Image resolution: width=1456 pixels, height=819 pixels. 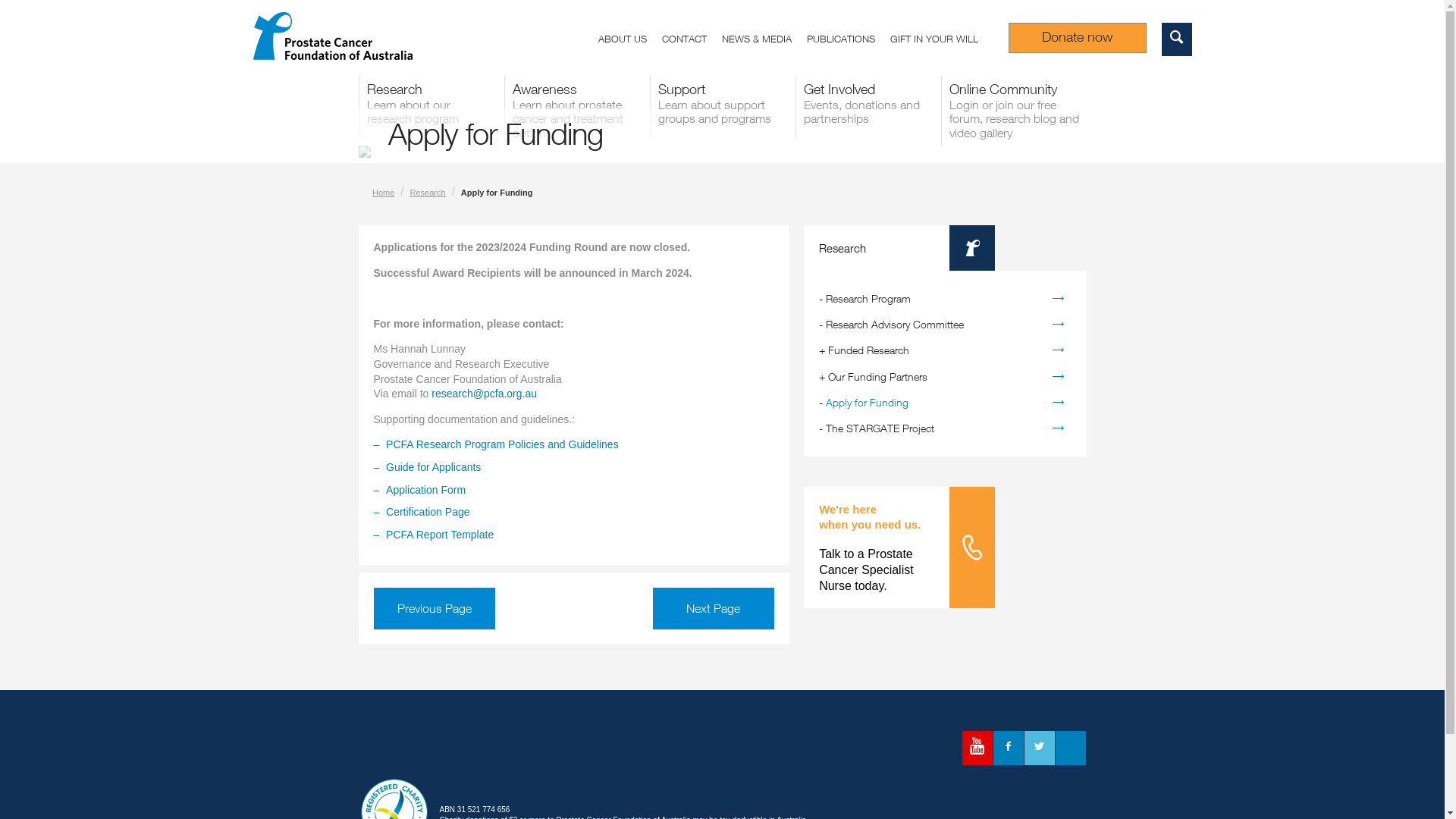 What do you see at coordinates (648, 106) in the screenshot?
I see `'Support` at bounding box center [648, 106].